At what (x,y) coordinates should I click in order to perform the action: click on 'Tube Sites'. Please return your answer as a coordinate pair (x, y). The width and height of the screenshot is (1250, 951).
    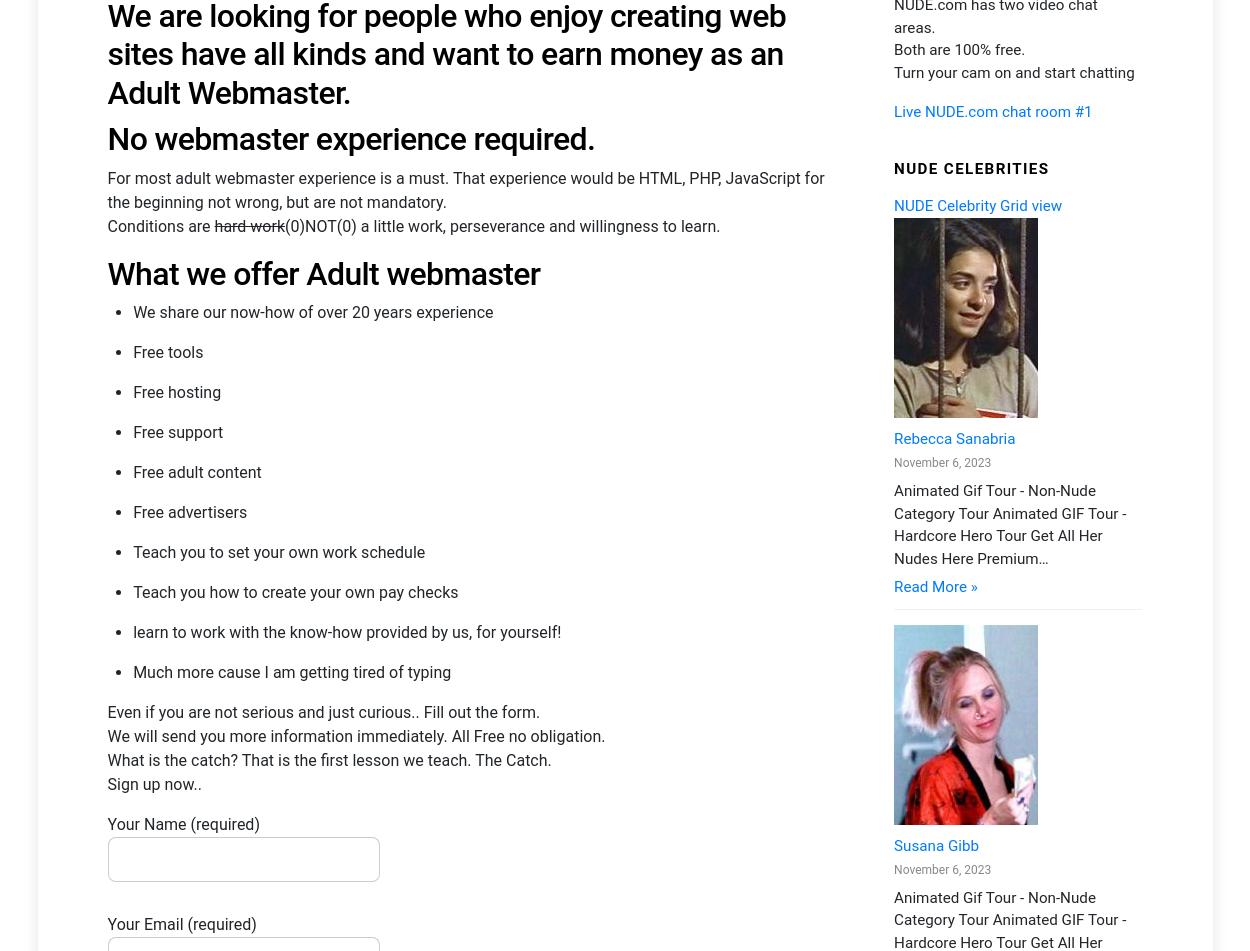
    Looking at the image, I should click on (1022, 488).